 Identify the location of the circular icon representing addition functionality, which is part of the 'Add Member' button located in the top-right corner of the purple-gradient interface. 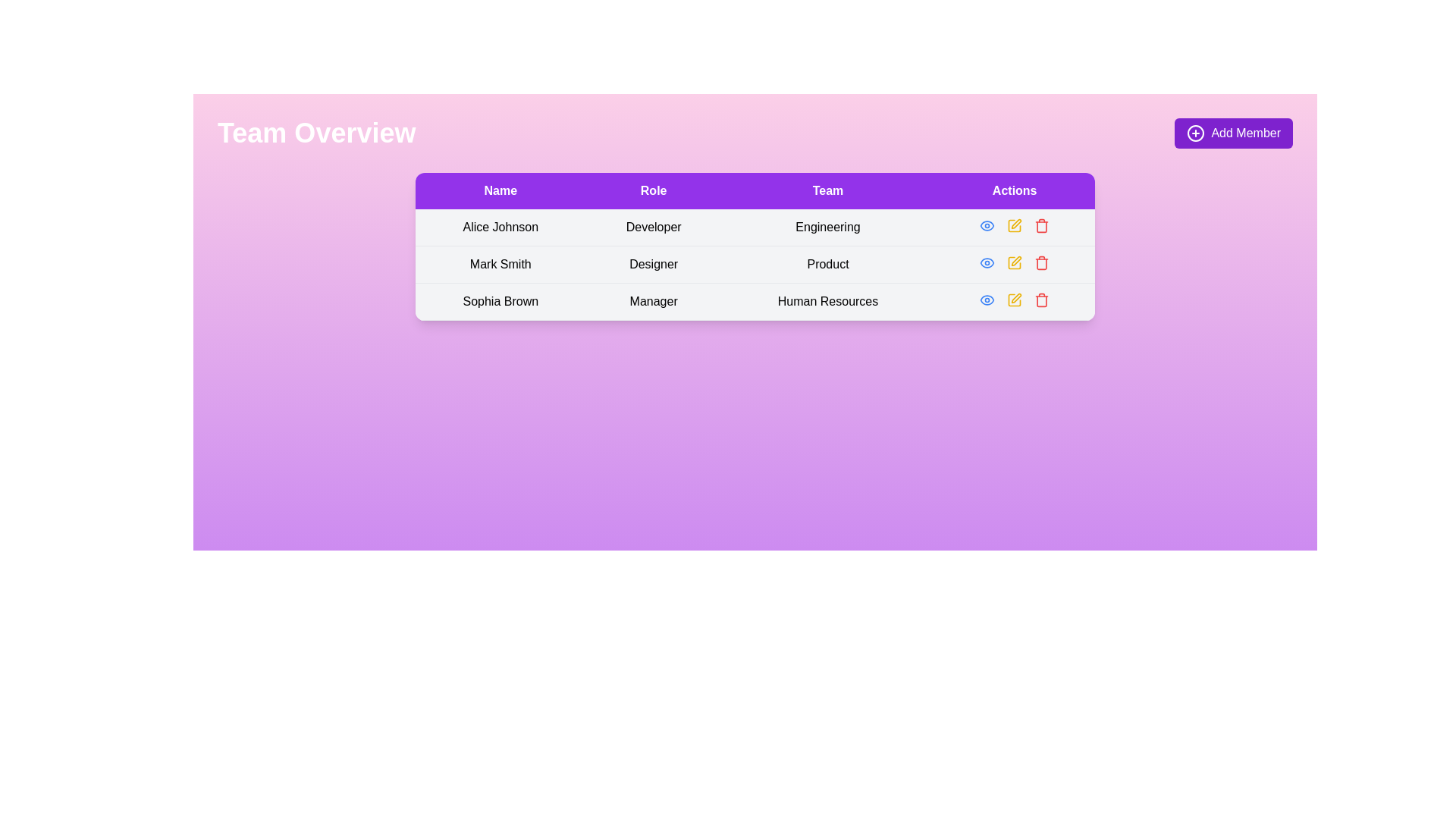
(1195, 133).